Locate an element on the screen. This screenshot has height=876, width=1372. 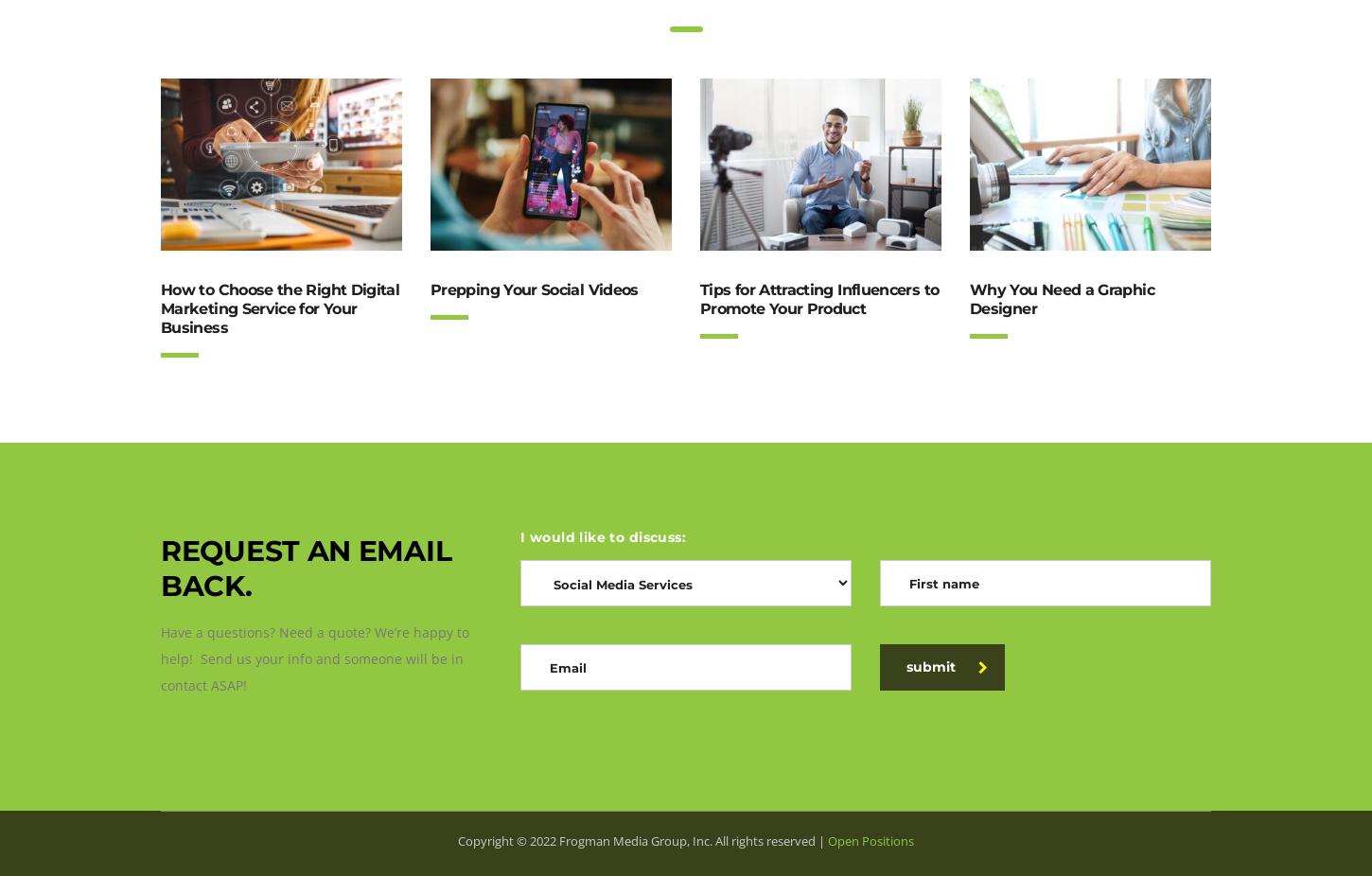
'Copyright © 2022 Frogman Media Group, Inc. All rights reserved |' is located at coordinates (642, 840).